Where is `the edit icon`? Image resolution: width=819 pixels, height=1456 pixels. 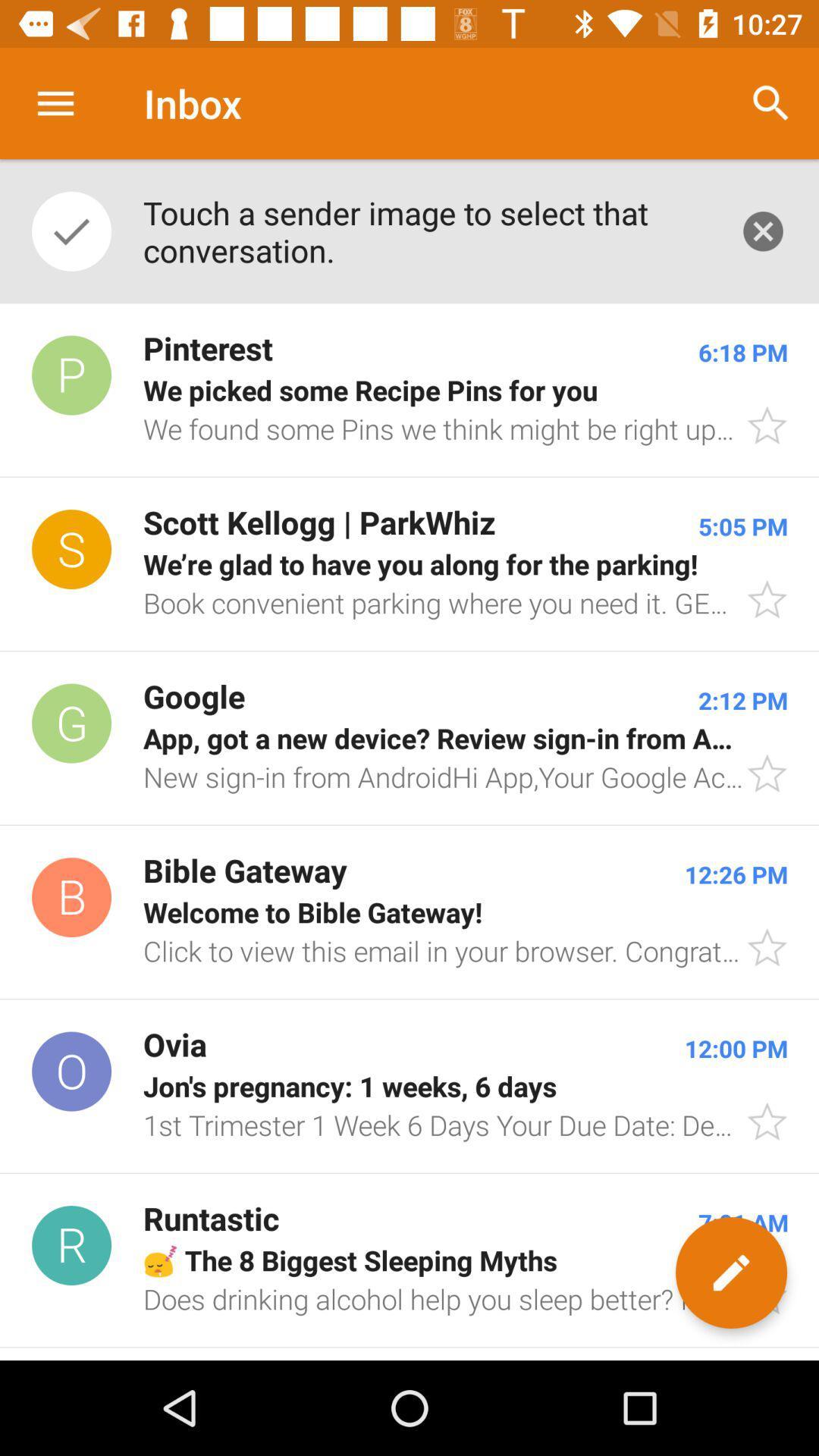 the edit icon is located at coordinates (730, 1272).